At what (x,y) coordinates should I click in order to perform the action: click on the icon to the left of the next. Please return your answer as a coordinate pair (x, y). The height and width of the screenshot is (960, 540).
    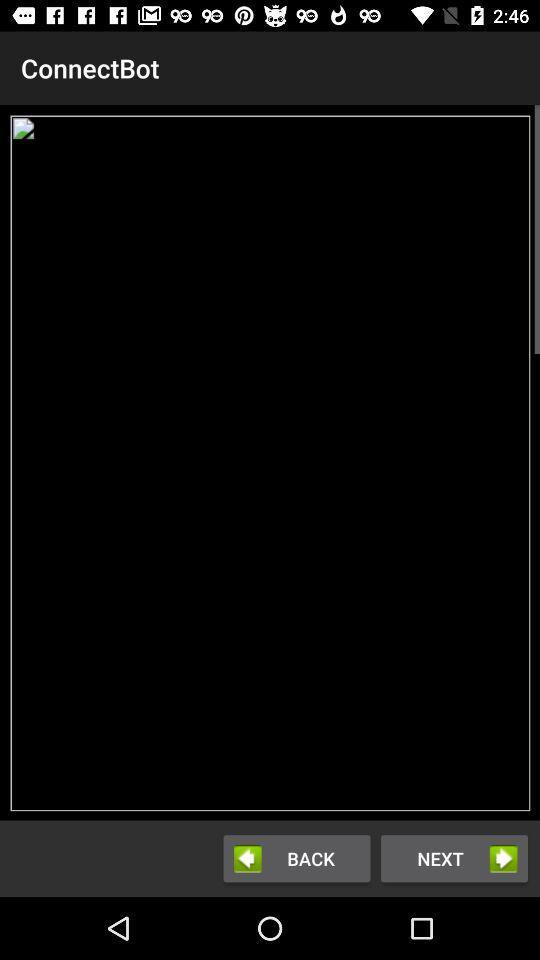
    Looking at the image, I should click on (296, 857).